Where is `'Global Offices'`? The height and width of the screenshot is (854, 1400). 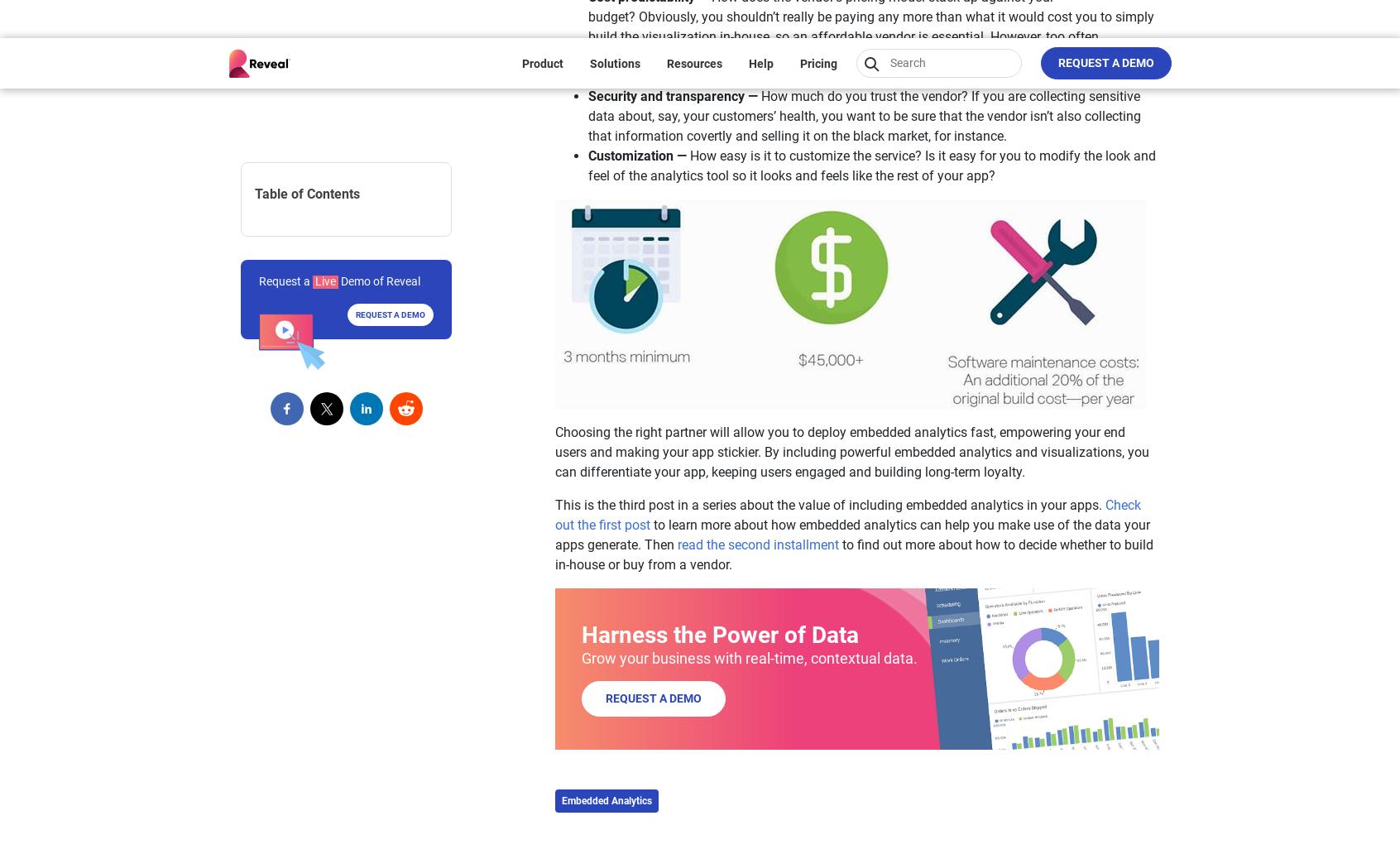
'Global Offices' is located at coordinates (415, 379).